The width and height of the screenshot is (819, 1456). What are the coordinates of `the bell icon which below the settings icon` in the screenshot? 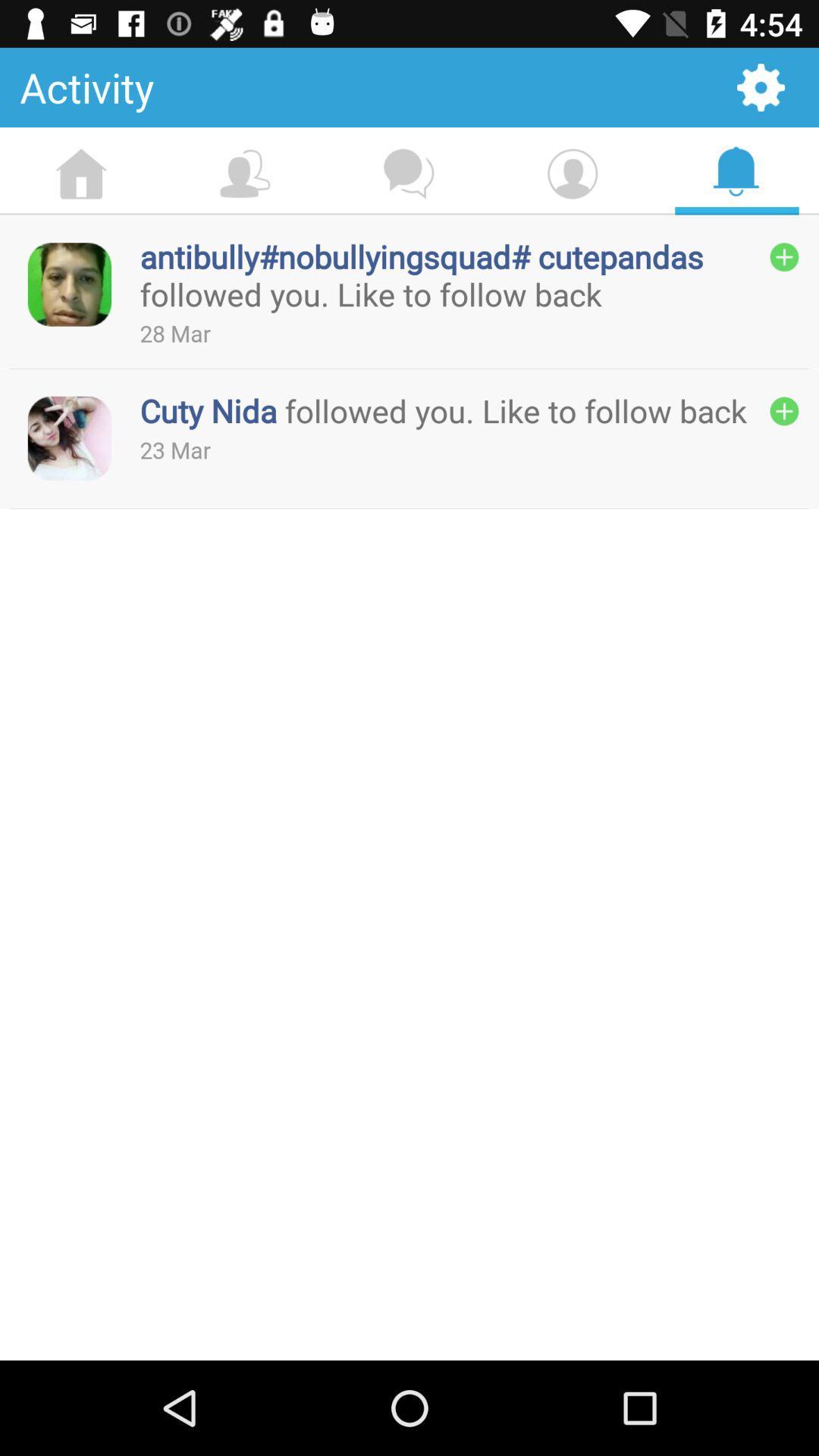 It's located at (736, 171).